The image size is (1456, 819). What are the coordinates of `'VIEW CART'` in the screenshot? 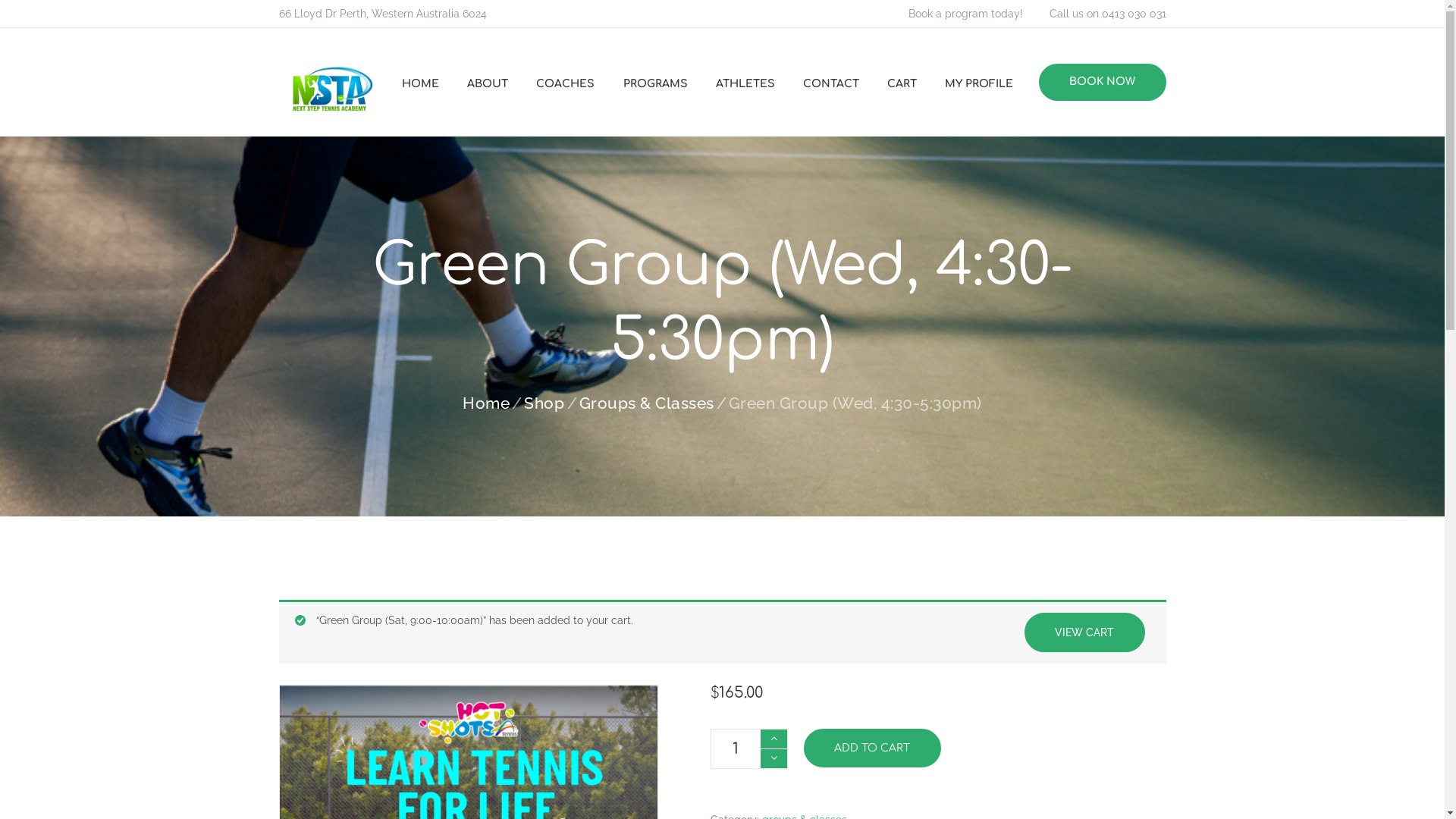 It's located at (1083, 632).